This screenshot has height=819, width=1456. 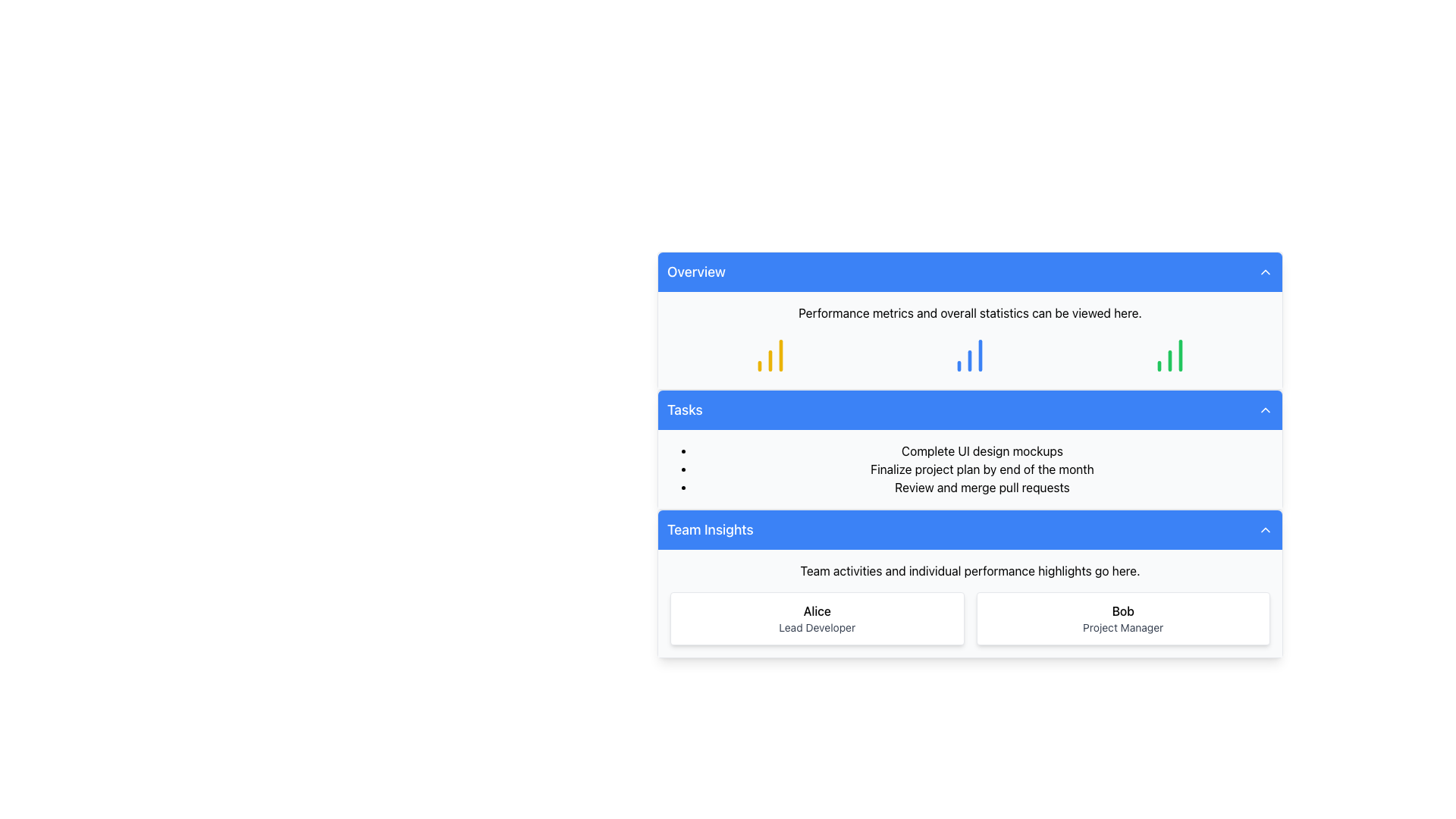 What do you see at coordinates (982, 468) in the screenshot?
I see `the text content element displaying 'Finalize project plan by end of the month' in the 'Tasks' section` at bounding box center [982, 468].